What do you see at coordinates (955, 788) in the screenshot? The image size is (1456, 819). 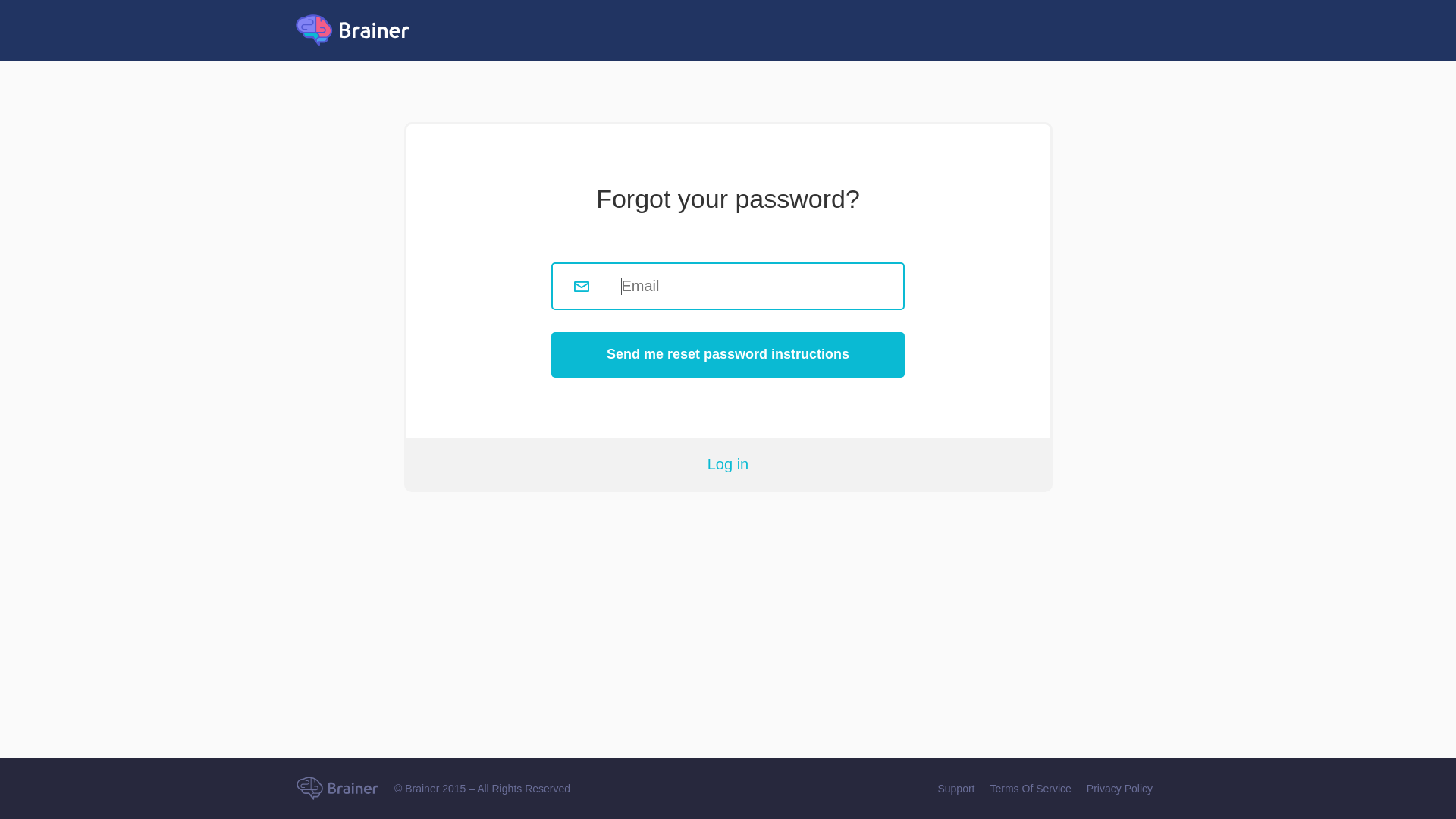 I see `'Support'` at bounding box center [955, 788].